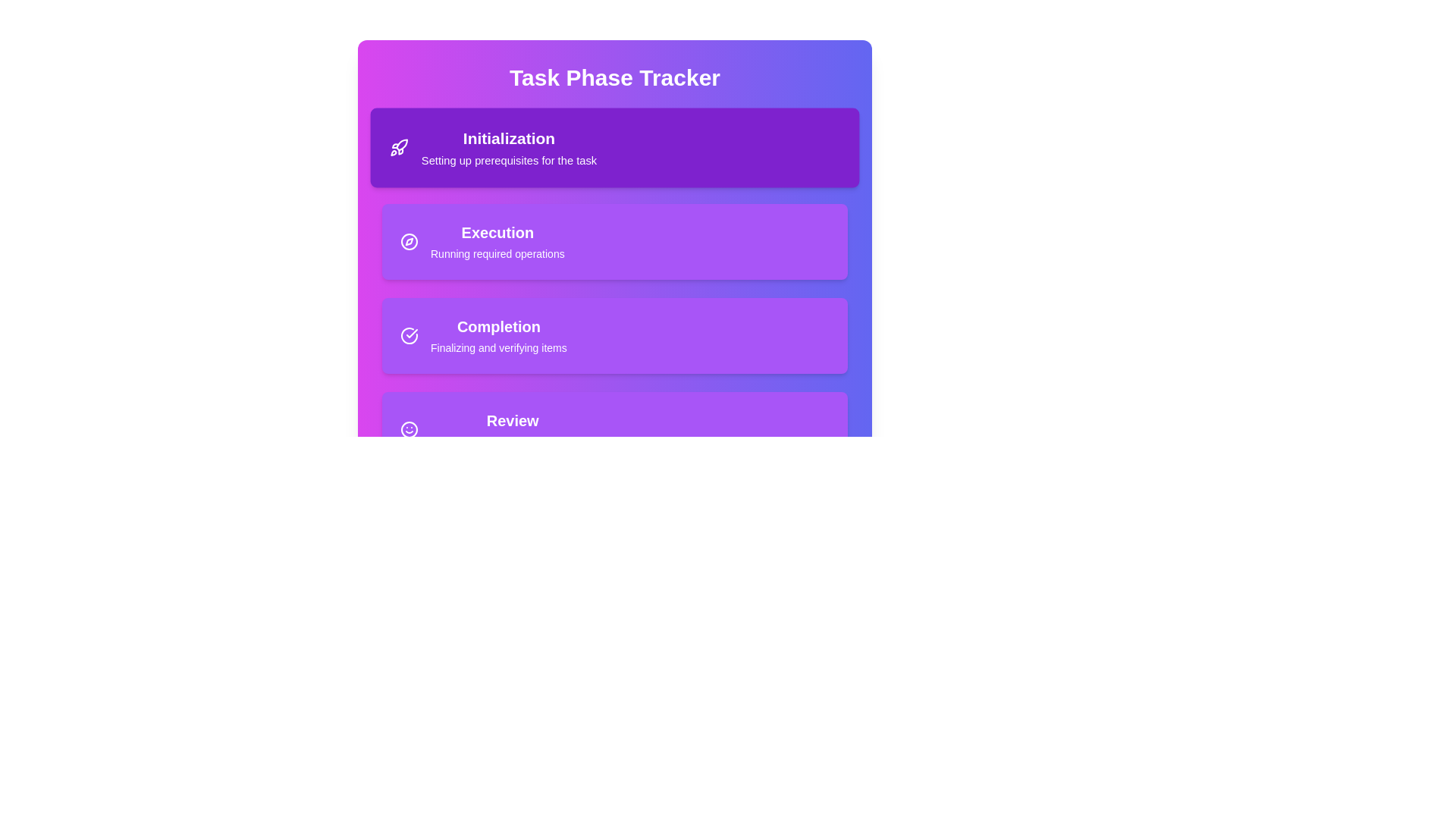 This screenshot has width=1456, height=819. Describe the element at coordinates (498, 335) in the screenshot. I see `the text label titled 'Completion' in the 'Task Phase Tracker' interface, which is located in the third row of vertically stacked cards` at that location.